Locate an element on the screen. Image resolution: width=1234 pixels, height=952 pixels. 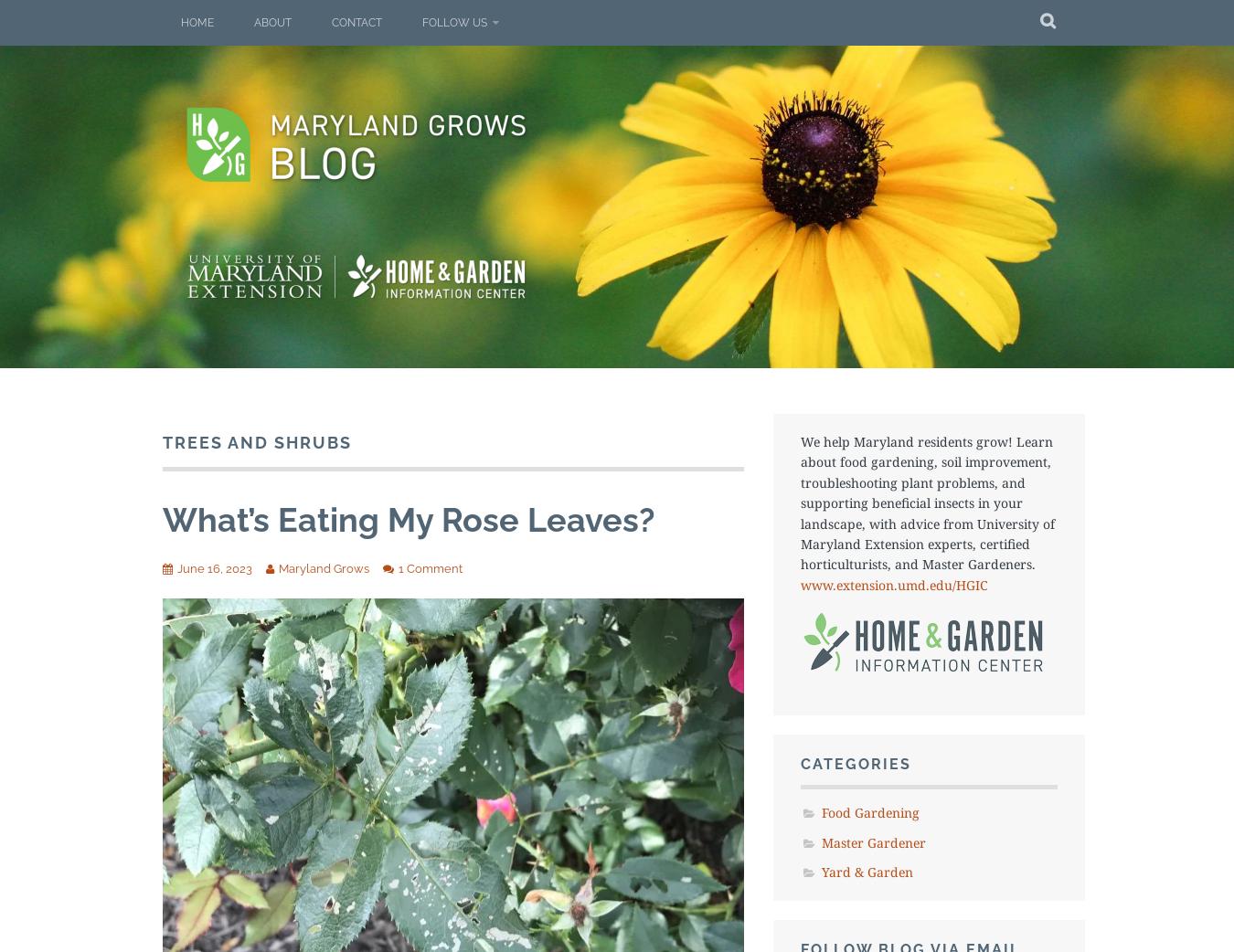
'Food Gardening' is located at coordinates (868, 811).